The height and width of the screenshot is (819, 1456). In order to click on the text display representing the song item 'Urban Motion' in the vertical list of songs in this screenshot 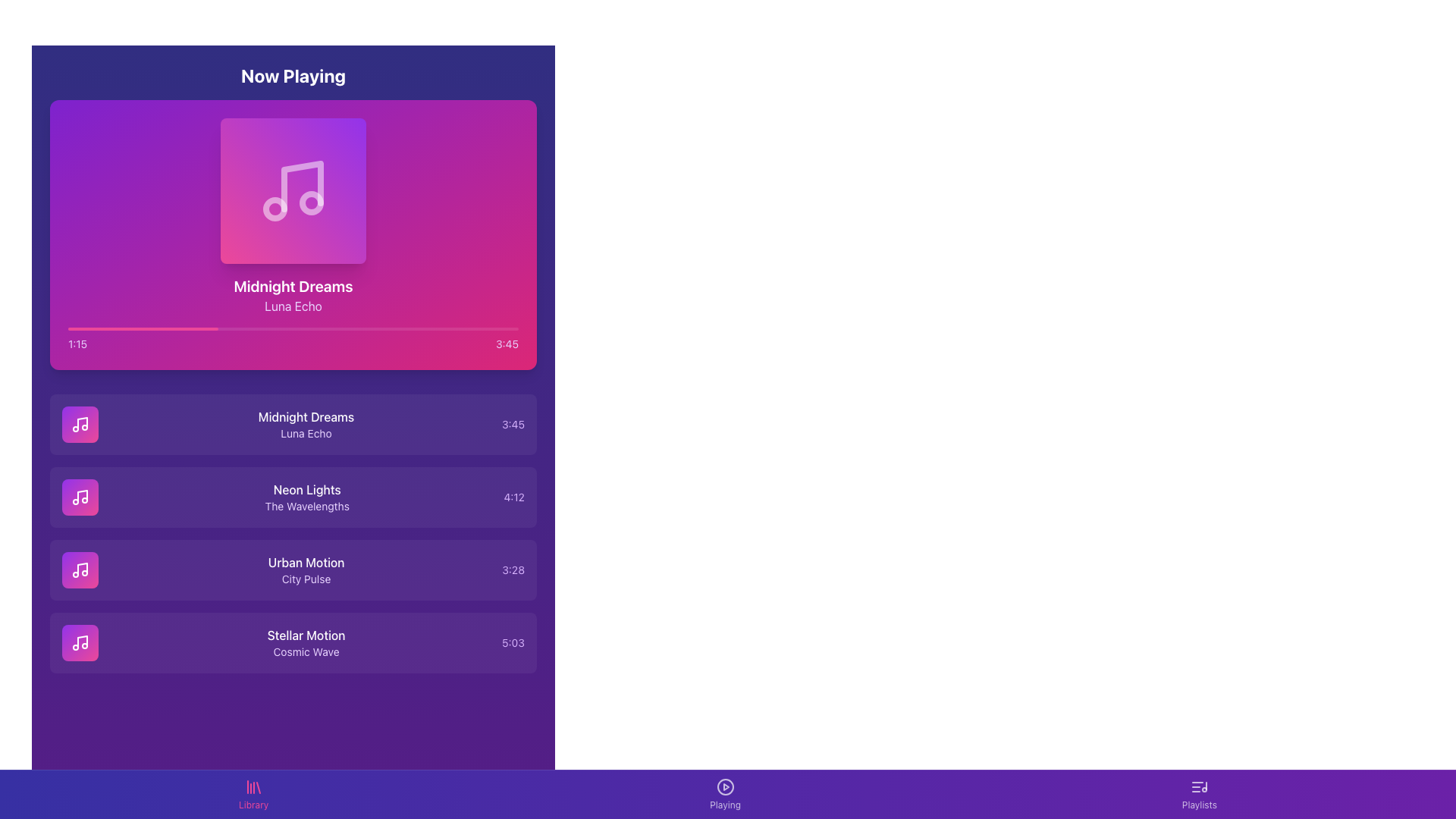, I will do `click(306, 570)`.